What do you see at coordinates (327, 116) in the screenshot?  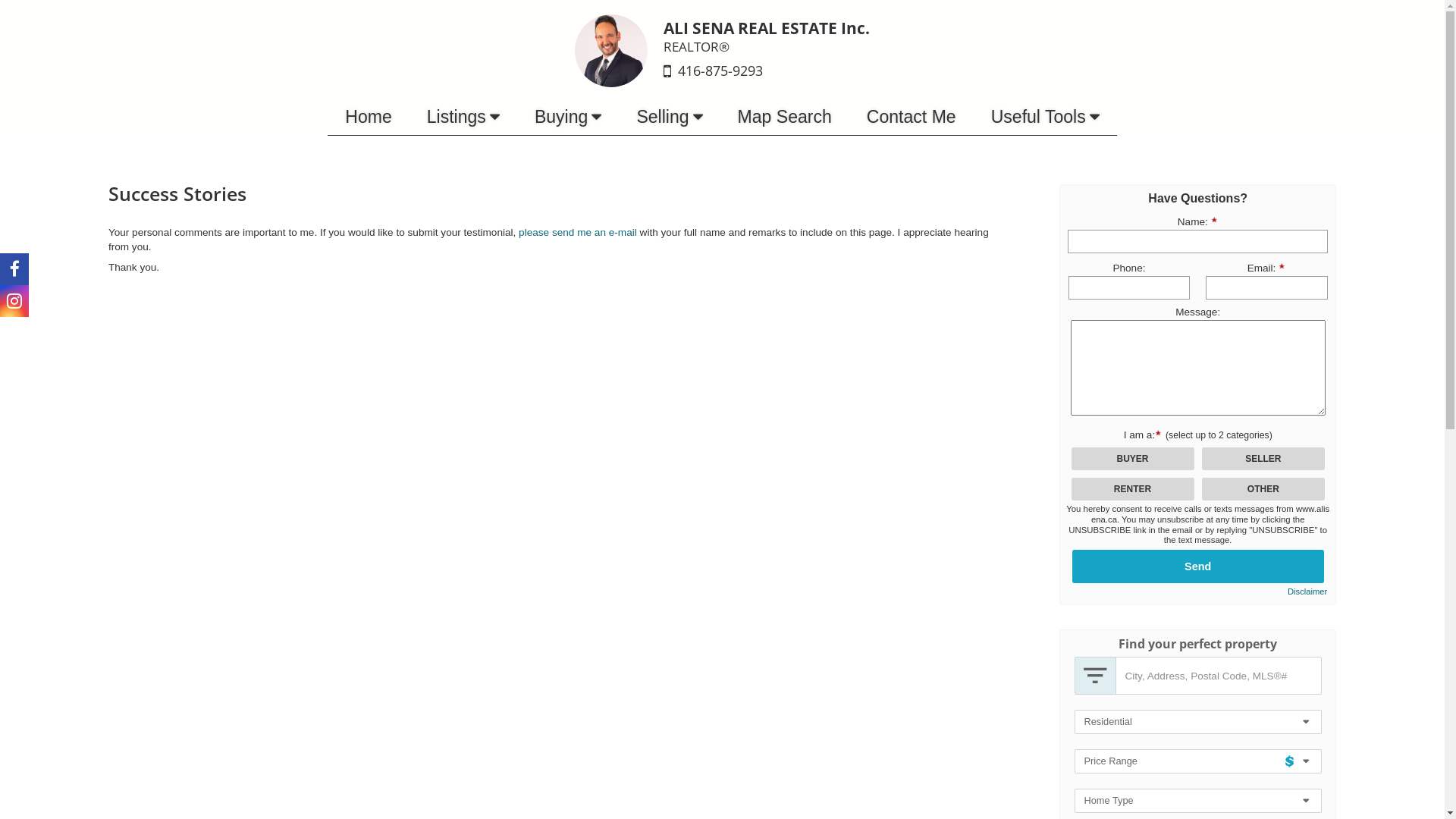 I see `'Home'` at bounding box center [327, 116].